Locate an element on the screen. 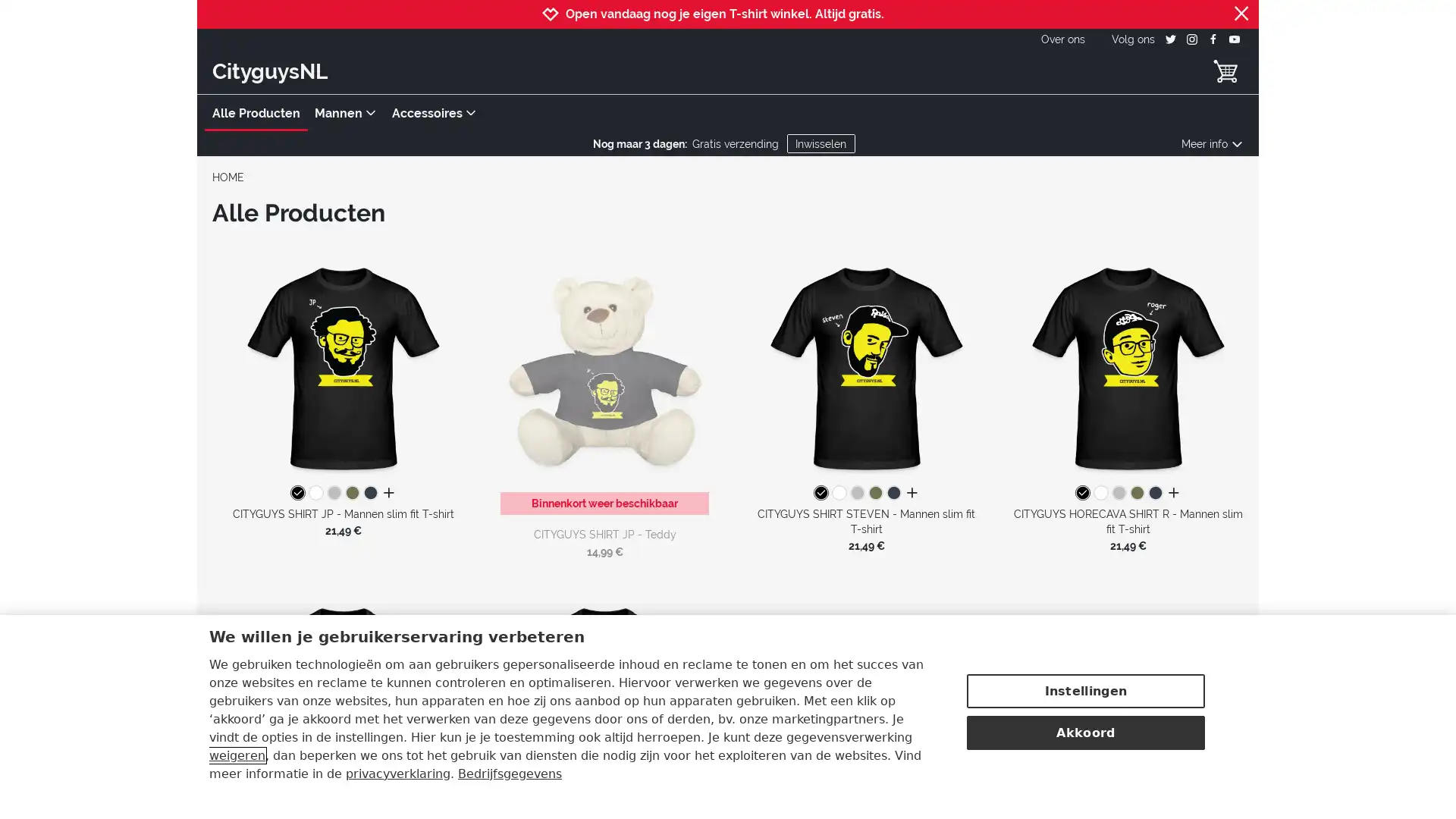  CITYGUYS SHIRT JP - Mannen slim fit T-shirt is located at coordinates (342, 366).